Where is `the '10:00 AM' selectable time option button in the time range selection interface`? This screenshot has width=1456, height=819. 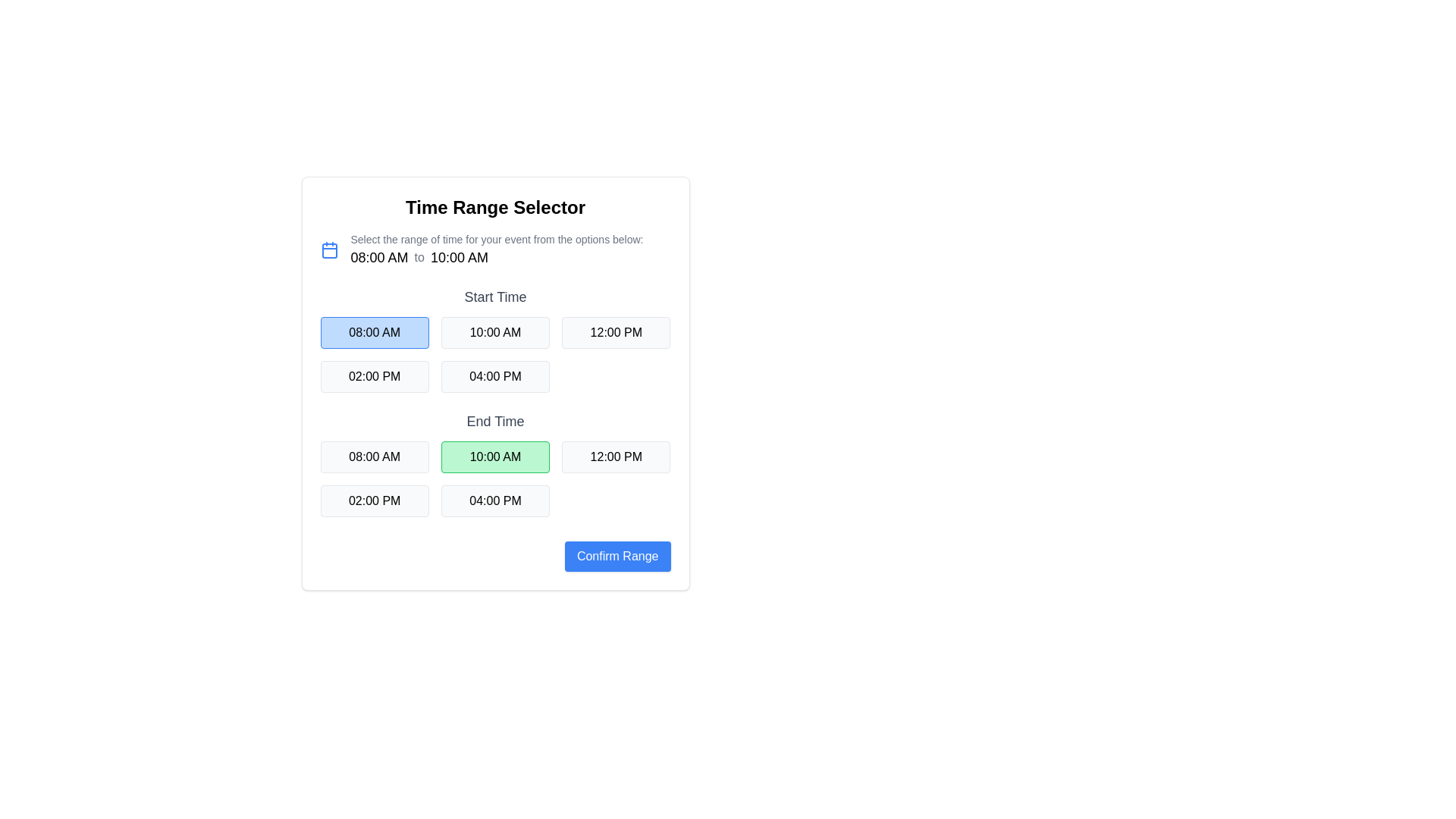 the '10:00 AM' selectable time option button in the time range selection interface is located at coordinates (495, 456).